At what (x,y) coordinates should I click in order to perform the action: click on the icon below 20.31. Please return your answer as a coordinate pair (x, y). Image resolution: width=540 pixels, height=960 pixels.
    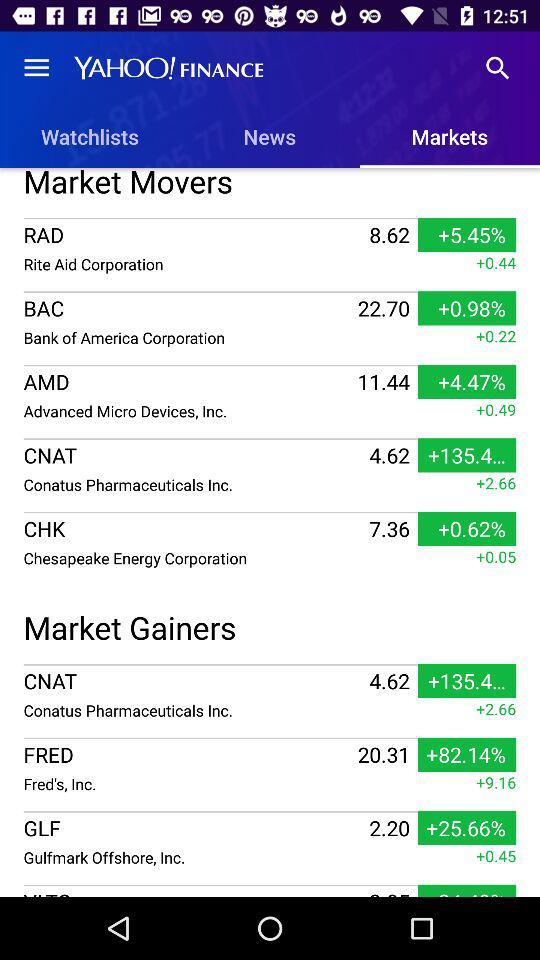
    Looking at the image, I should click on (188, 783).